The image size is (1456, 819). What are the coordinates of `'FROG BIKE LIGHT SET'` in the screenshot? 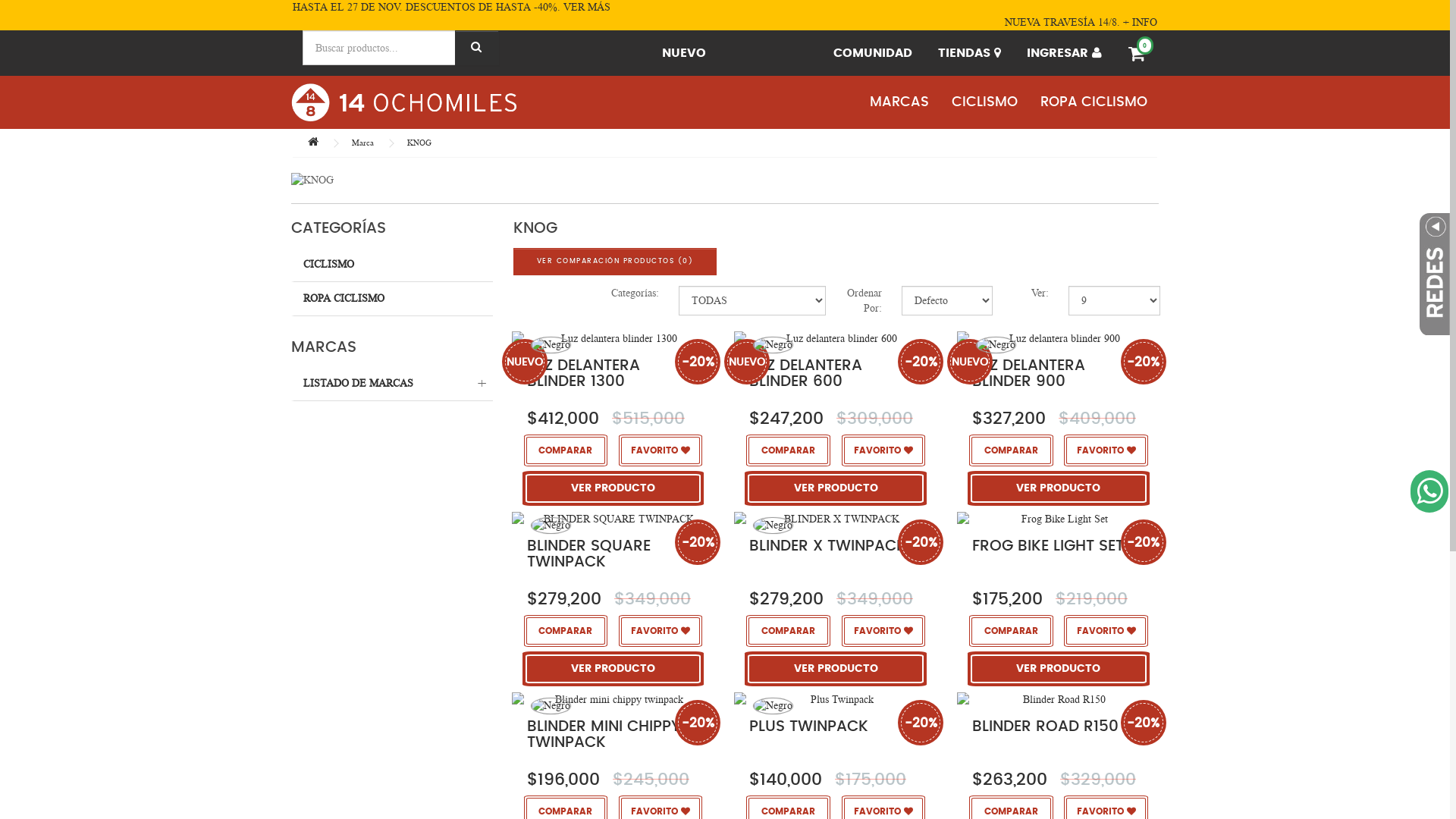 It's located at (1047, 546).